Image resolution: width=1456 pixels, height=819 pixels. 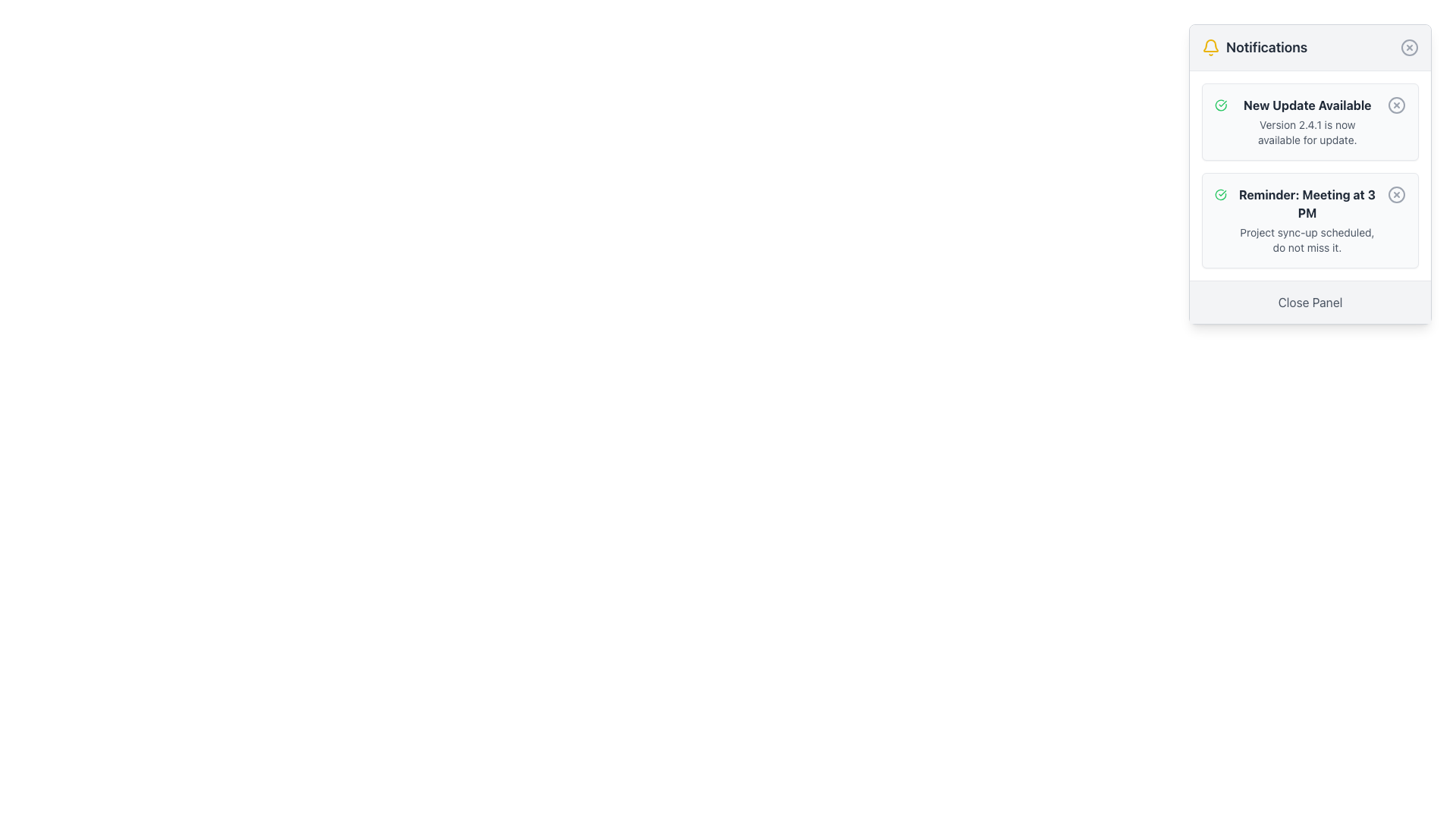 I want to click on the bell icon located at the top-left corner of the notification panel, adjacent to the 'Notifications' title text for contextual understanding, so click(x=1210, y=46).